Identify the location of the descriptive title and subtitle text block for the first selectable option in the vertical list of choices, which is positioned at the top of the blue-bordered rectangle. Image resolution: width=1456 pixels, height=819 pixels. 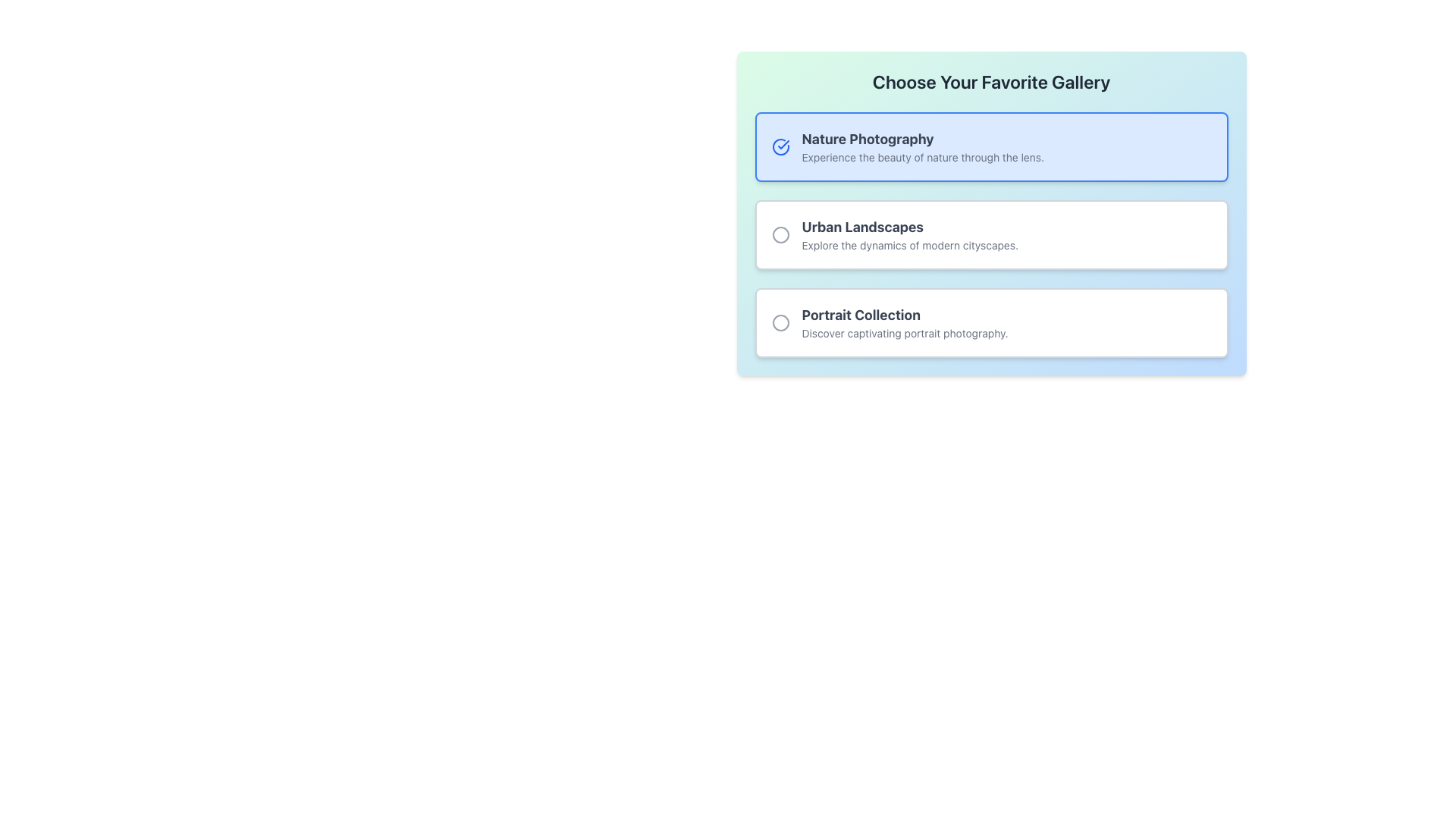
(922, 146).